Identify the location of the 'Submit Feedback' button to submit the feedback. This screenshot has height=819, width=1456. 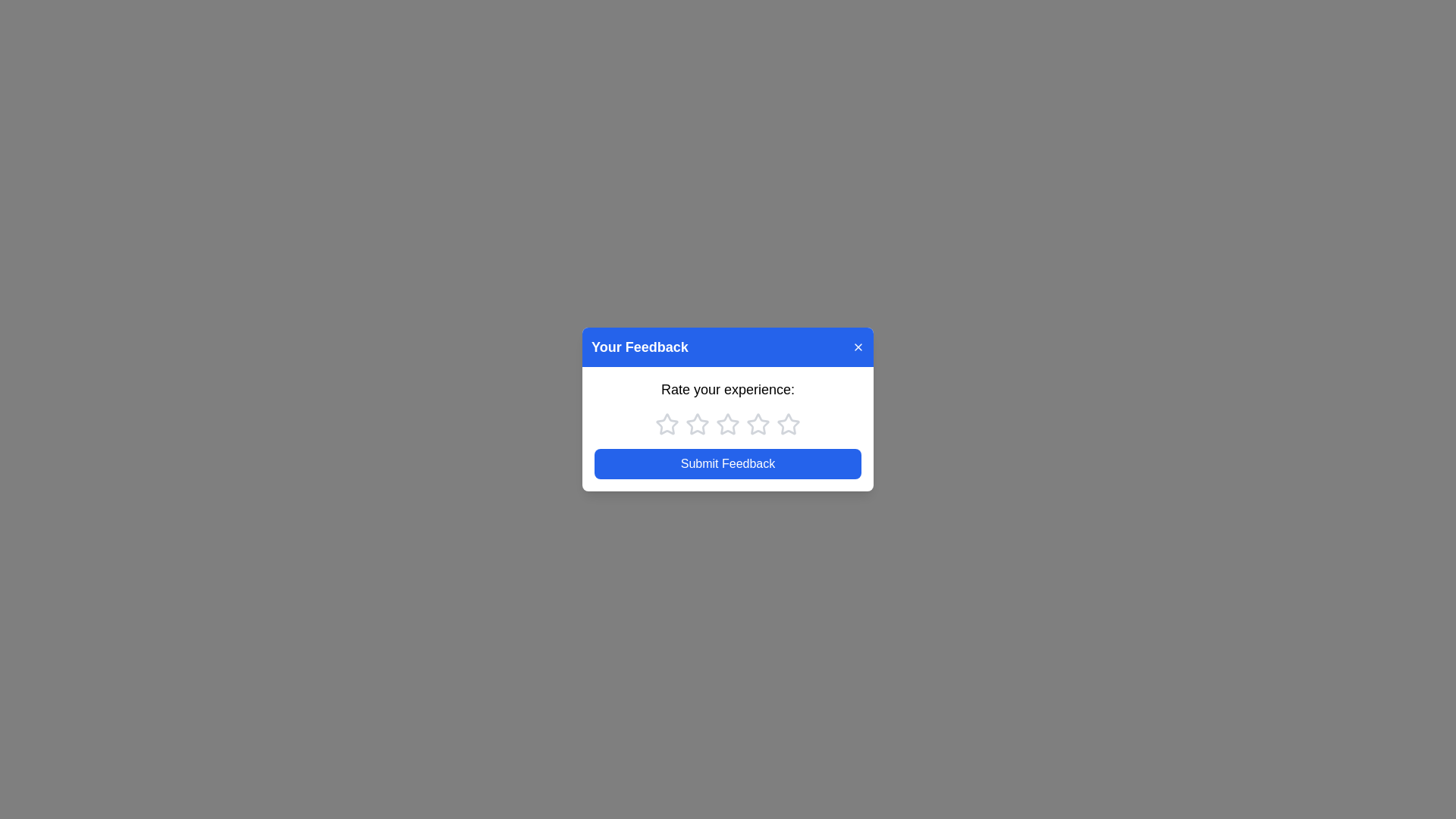
(728, 463).